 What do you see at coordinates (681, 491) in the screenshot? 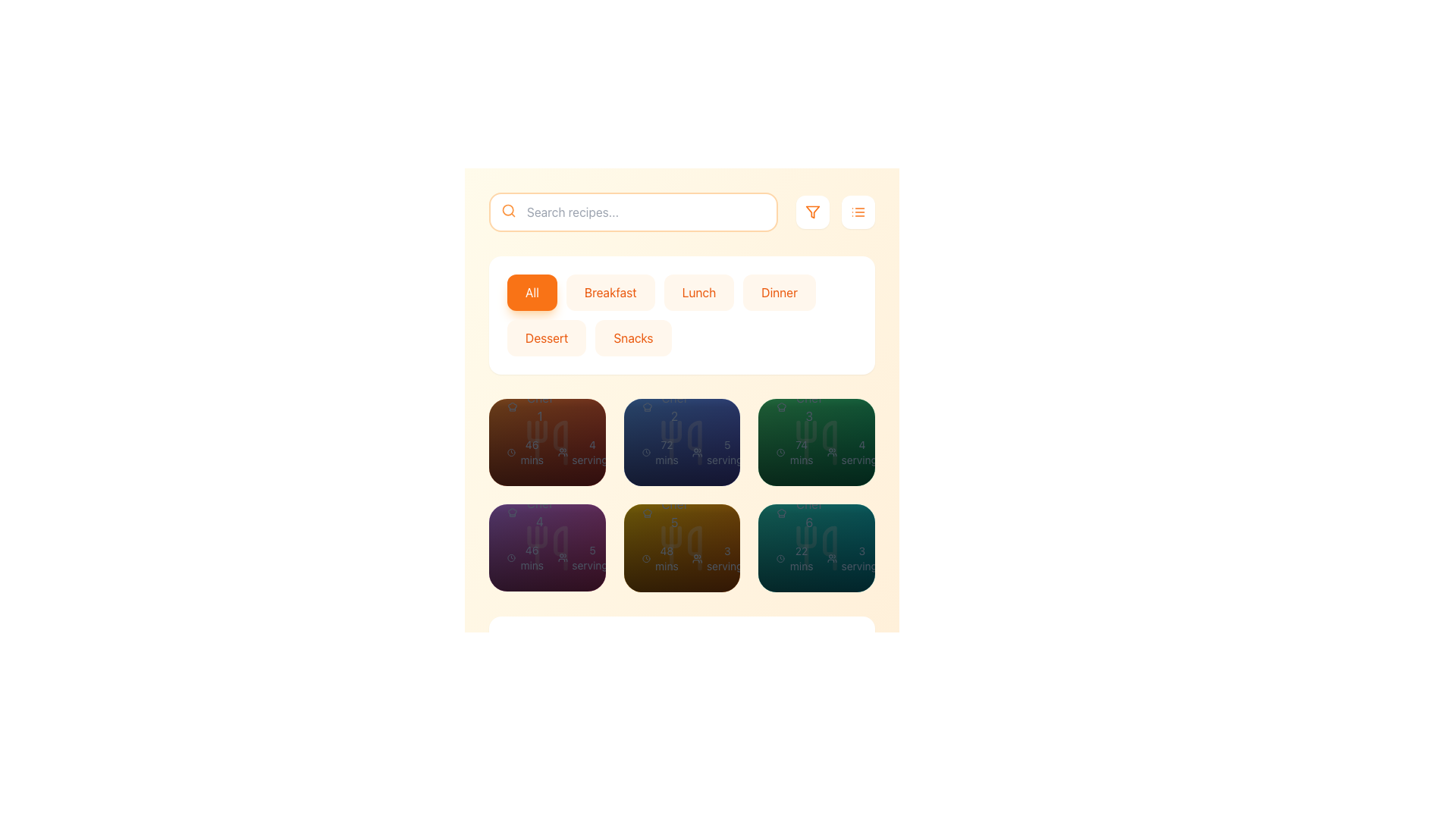
I see `text displayed in the Text block located in the bottom-left quarter of the second card in the recipe grid` at bounding box center [681, 491].